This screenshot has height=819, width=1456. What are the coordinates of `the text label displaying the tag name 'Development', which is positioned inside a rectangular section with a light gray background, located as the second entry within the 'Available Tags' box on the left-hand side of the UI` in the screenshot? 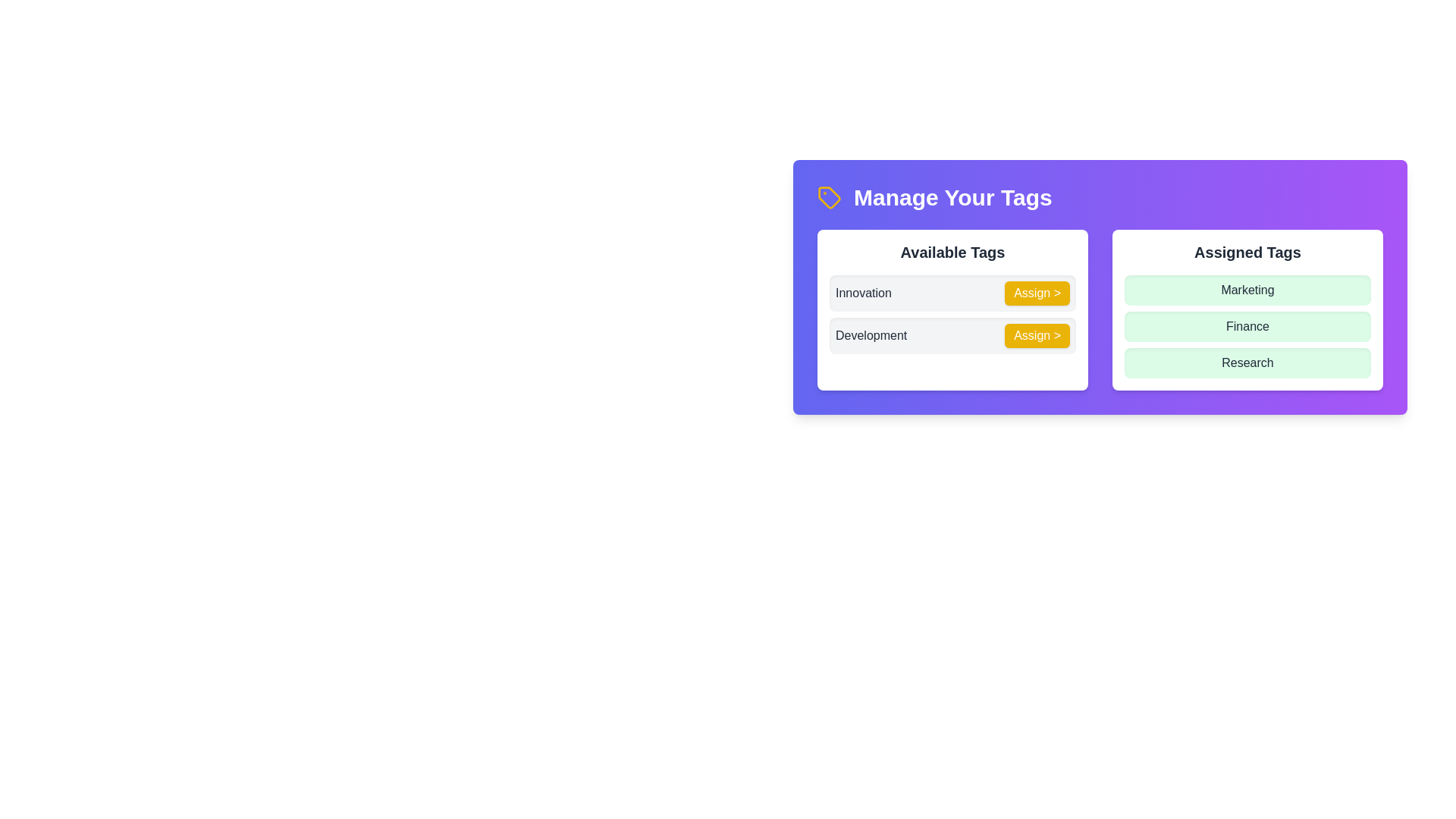 It's located at (871, 335).